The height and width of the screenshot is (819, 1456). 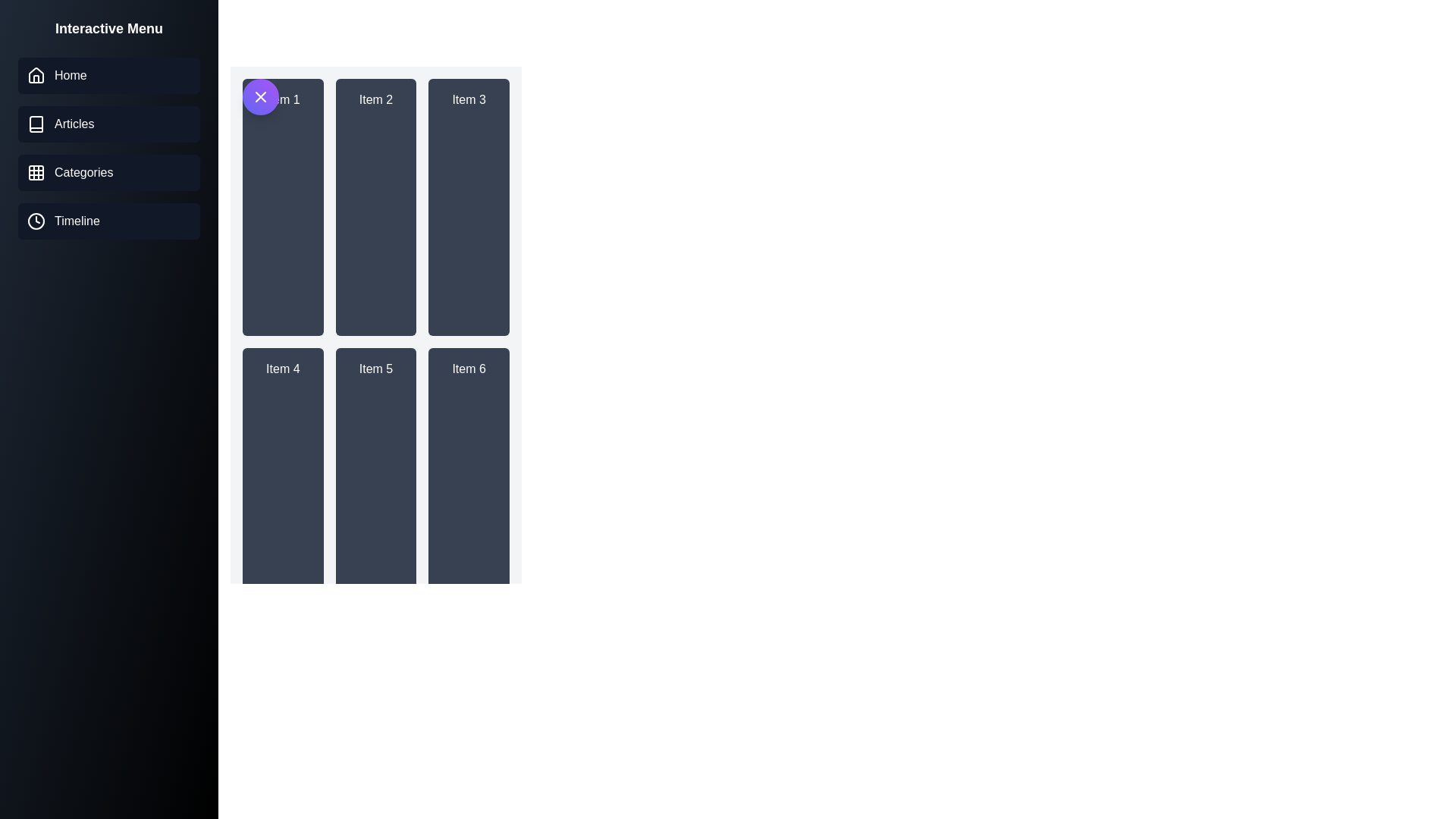 What do you see at coordinates (108, 171) in the screenshot?
I see `the Categories menu item in the menu` at bounding box center [108, 171].